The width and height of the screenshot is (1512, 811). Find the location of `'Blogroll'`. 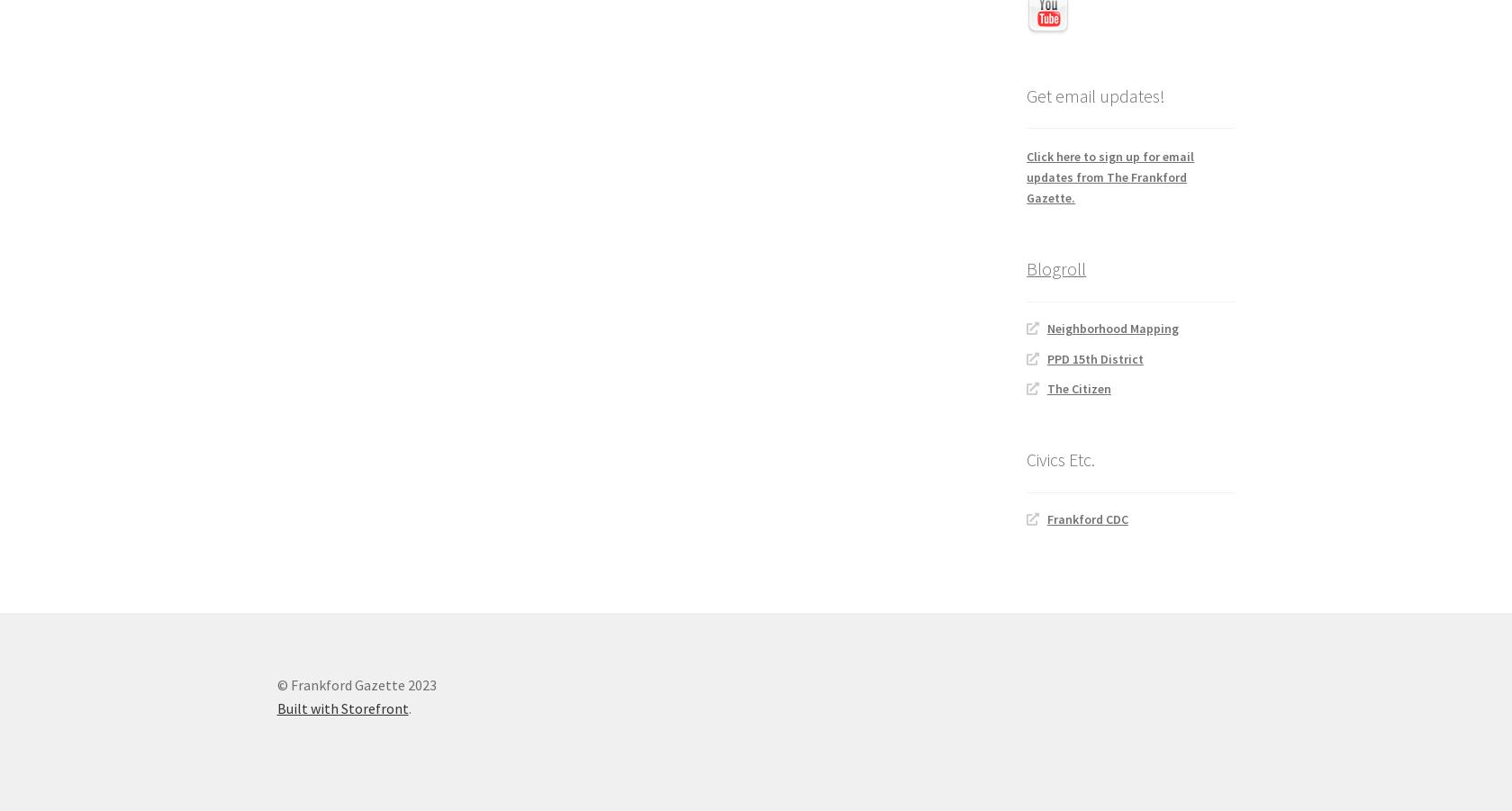

'Blogroll' is located at coordinates (1055, 268).